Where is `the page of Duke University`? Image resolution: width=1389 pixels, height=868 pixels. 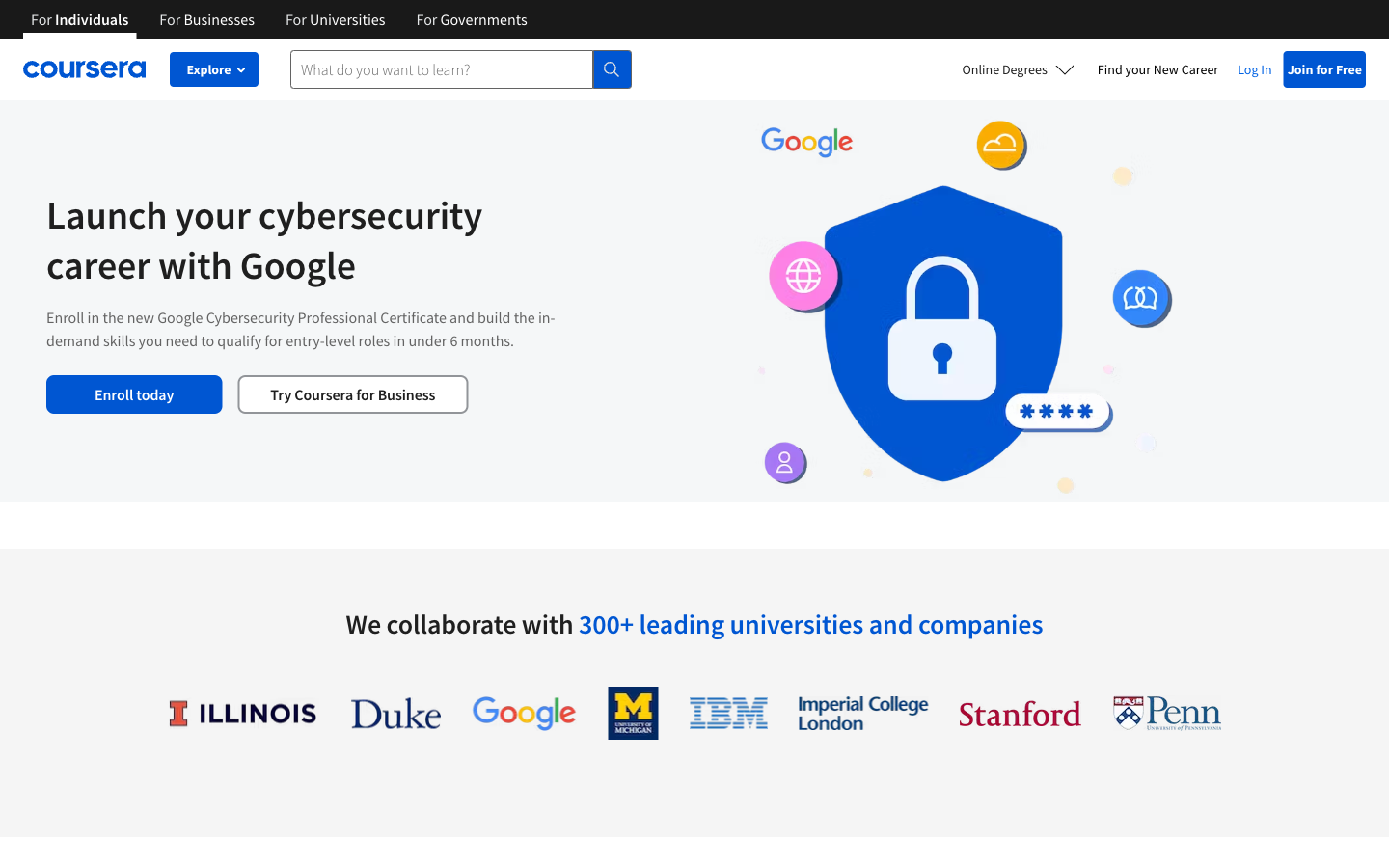
the page of Duke University is located at coordinates (395, 712).